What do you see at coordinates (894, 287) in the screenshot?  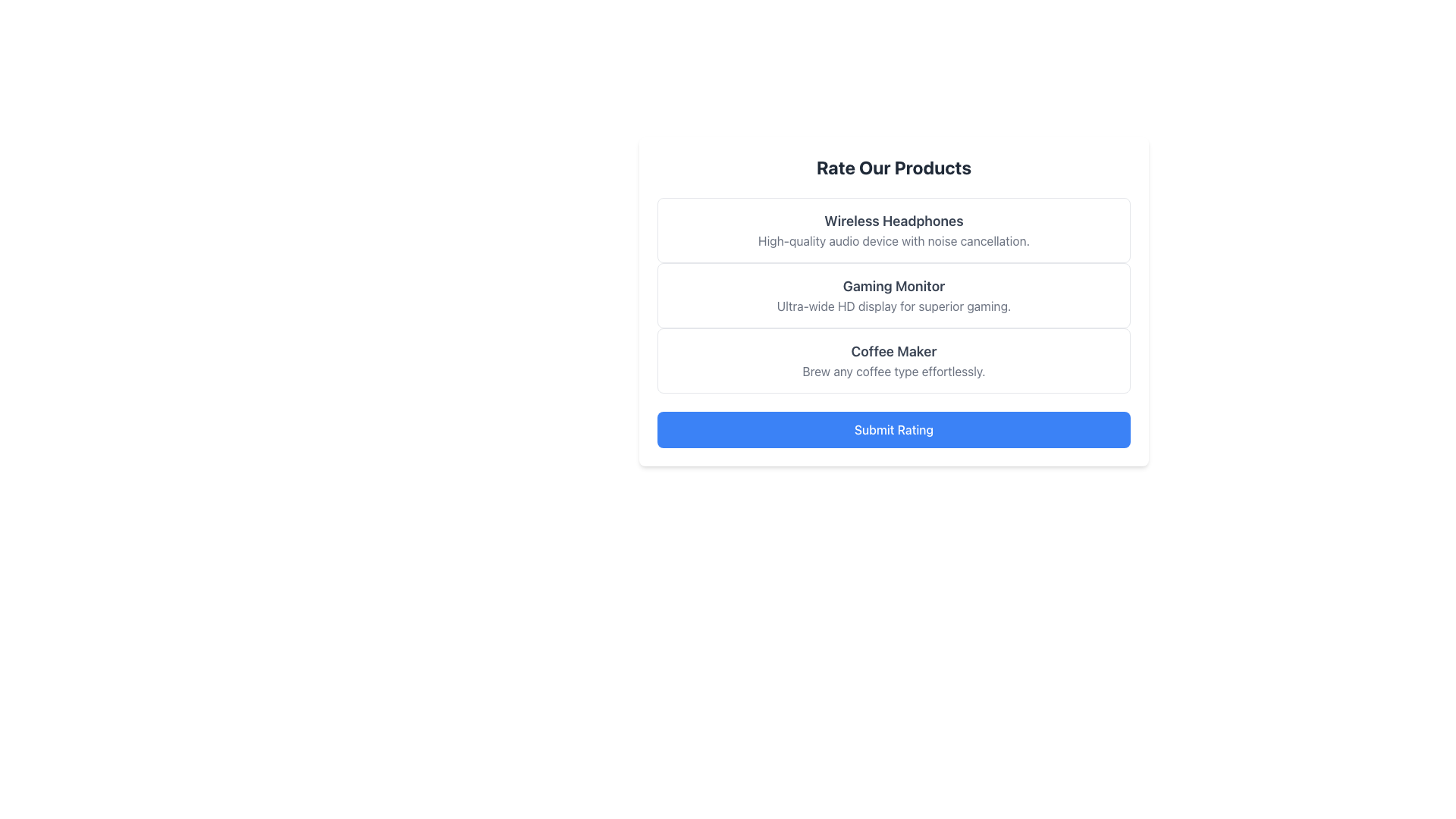 I see `styling of the centrally aligned title text that indicates the name of the product, positioned above the descriptive text regarding its ultra-wide HD display functionality` at bounding box center [894, 287].